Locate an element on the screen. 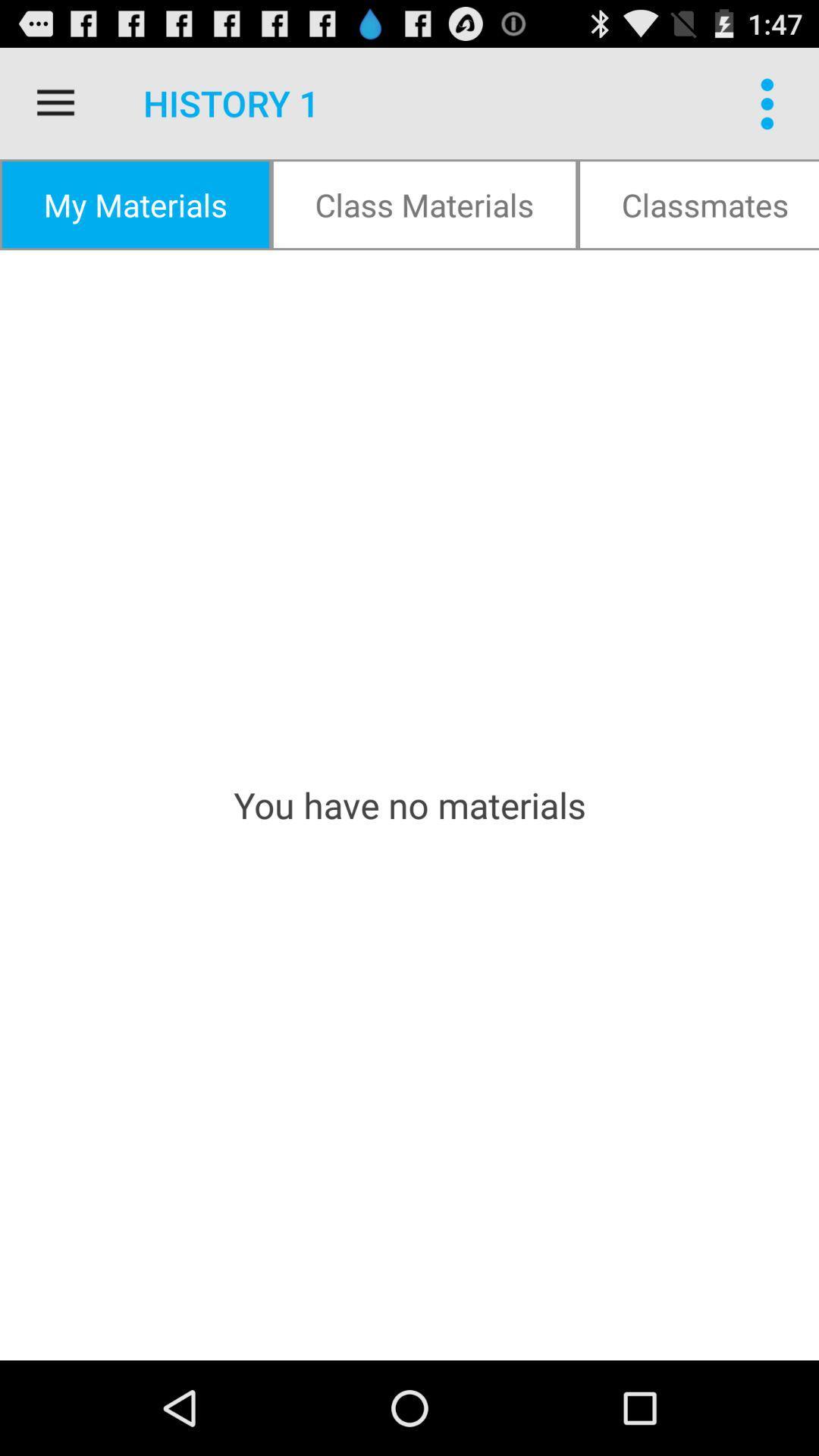 Image resolution: width=819 pixels, height=1456 pixels. the icon next to the class materials item is located at coordinates (134, 203).